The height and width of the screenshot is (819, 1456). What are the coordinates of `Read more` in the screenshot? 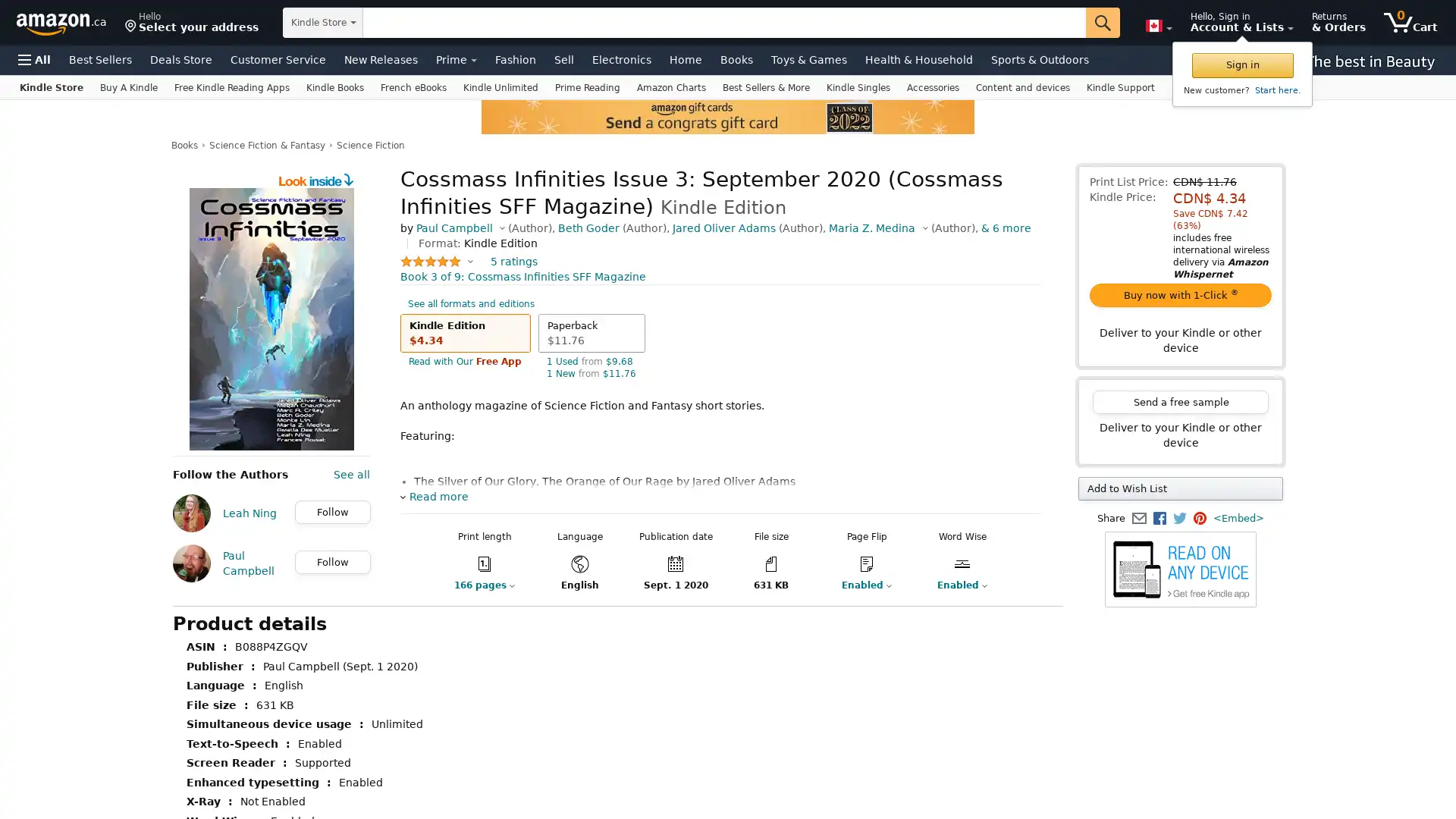 It's located at (433, 497).